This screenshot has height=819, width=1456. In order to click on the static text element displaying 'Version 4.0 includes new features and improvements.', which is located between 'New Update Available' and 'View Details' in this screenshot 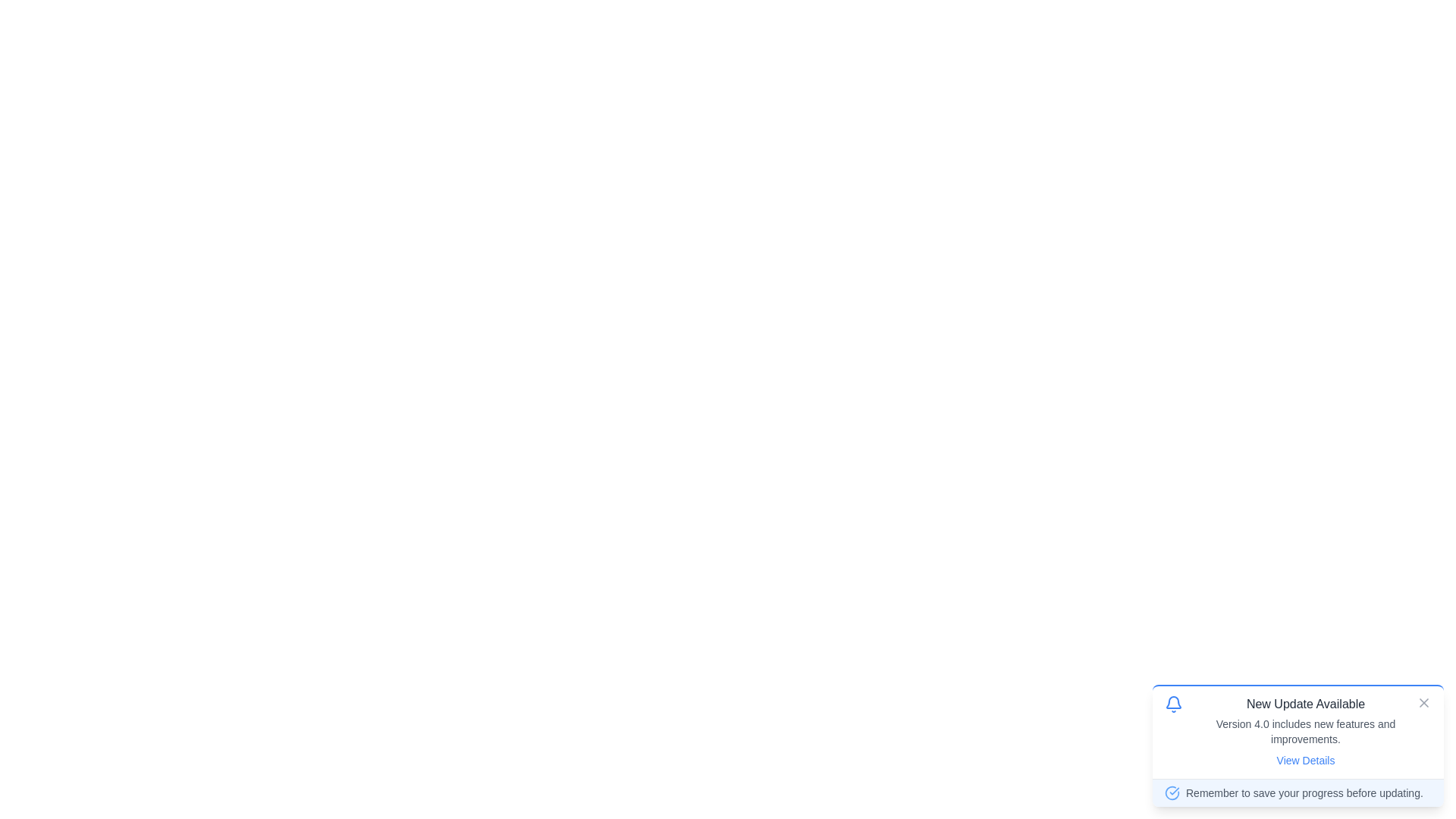, I will do `click(1305, 730)`.